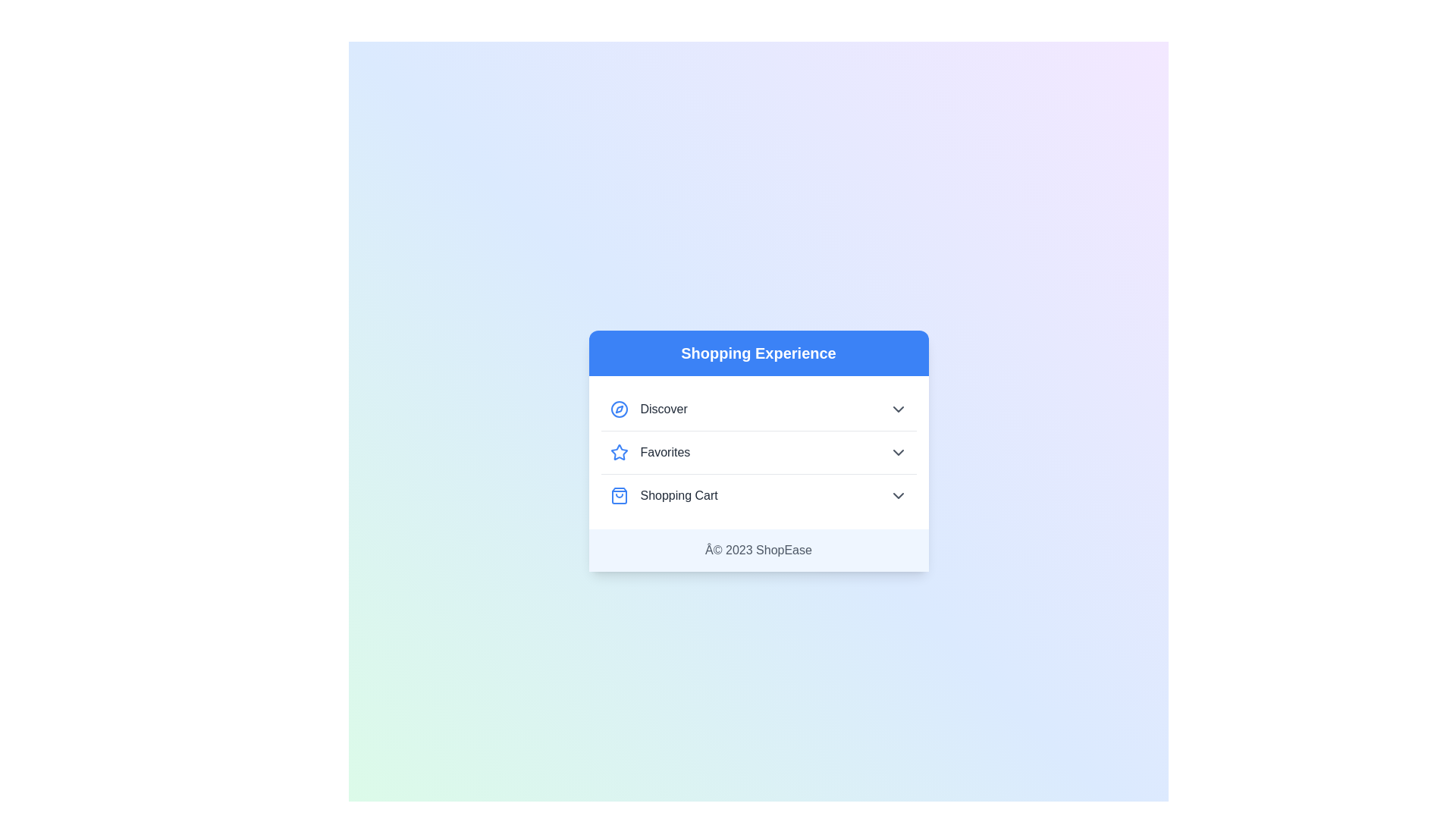  Describe the element at coordinates (758, 550) in the screenshot. I see `the footer text '© 2023 ShopEase'` at that location.